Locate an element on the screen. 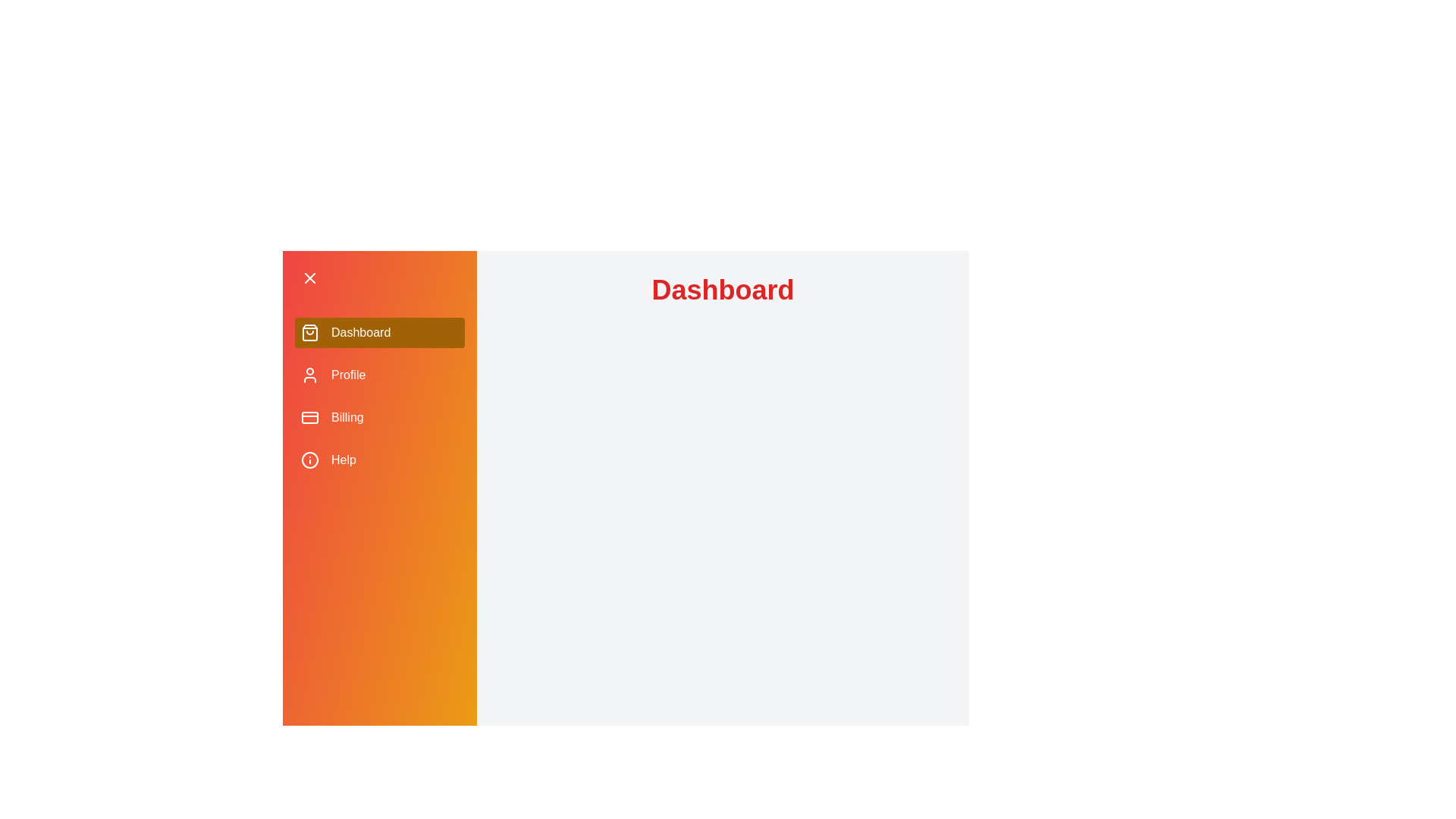 The height and width of the screenshot is (819, 1456). the menu item Dashboard to navigate to the corresponding section is located at coordinates (379, 332).